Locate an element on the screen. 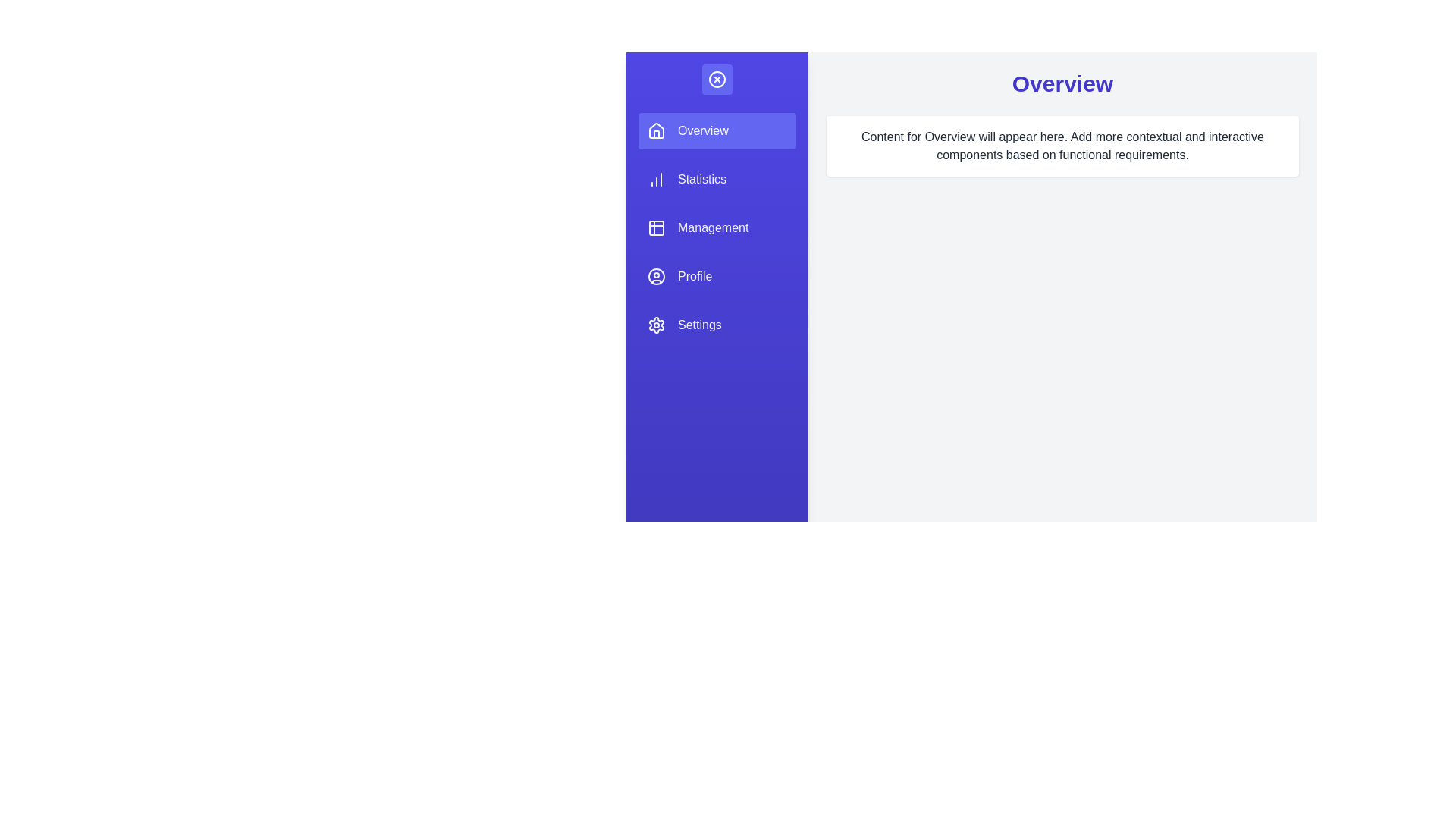 This screenshot has width=1456, height=819. toggle button in the sidebar to change the drawer's state is located at coordinates (716, 79).